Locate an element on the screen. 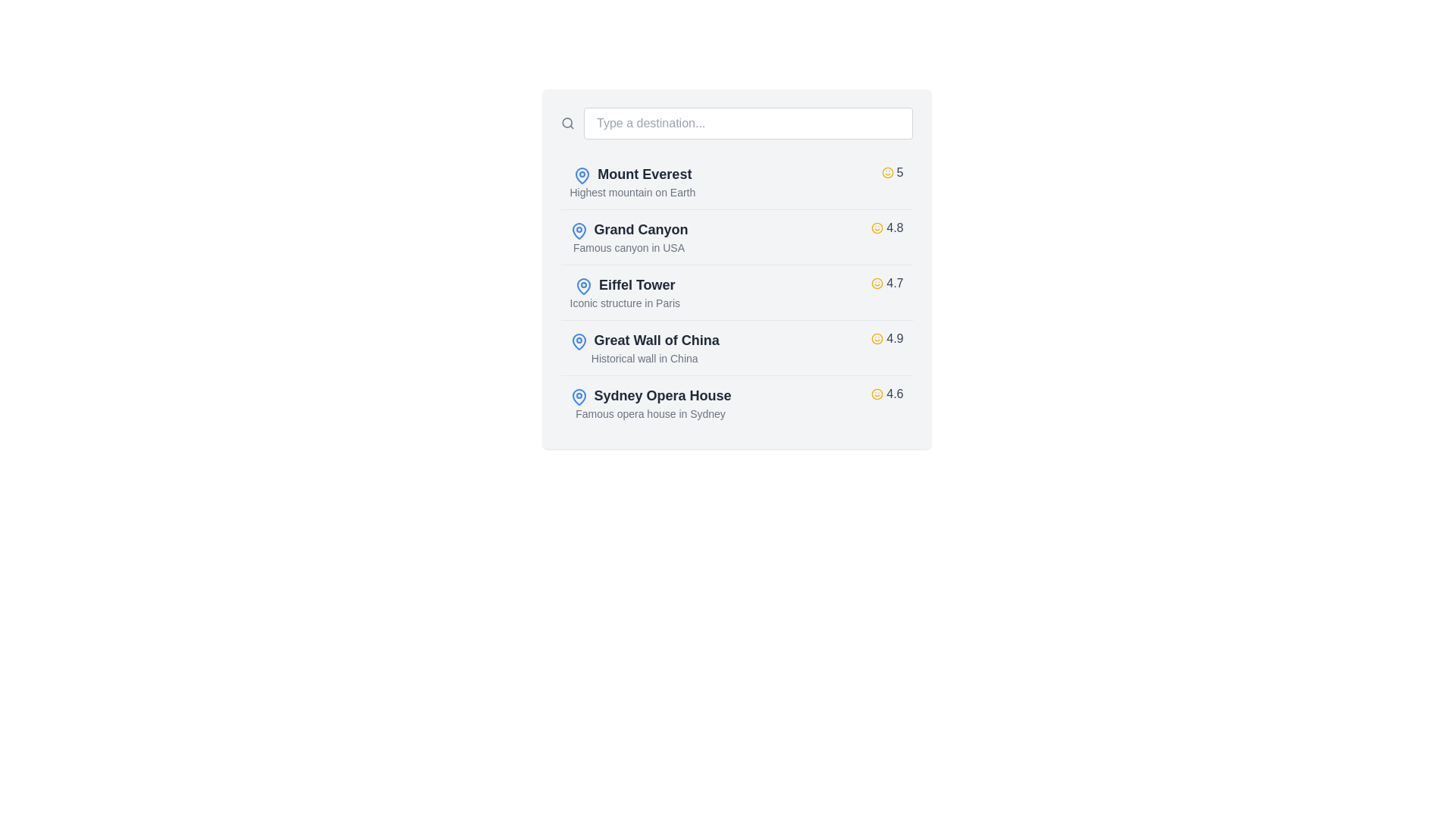 This screenshot has width=1456, height=819. the list item titled 'Eiffel Tower' is located at coordinates (736, 292).